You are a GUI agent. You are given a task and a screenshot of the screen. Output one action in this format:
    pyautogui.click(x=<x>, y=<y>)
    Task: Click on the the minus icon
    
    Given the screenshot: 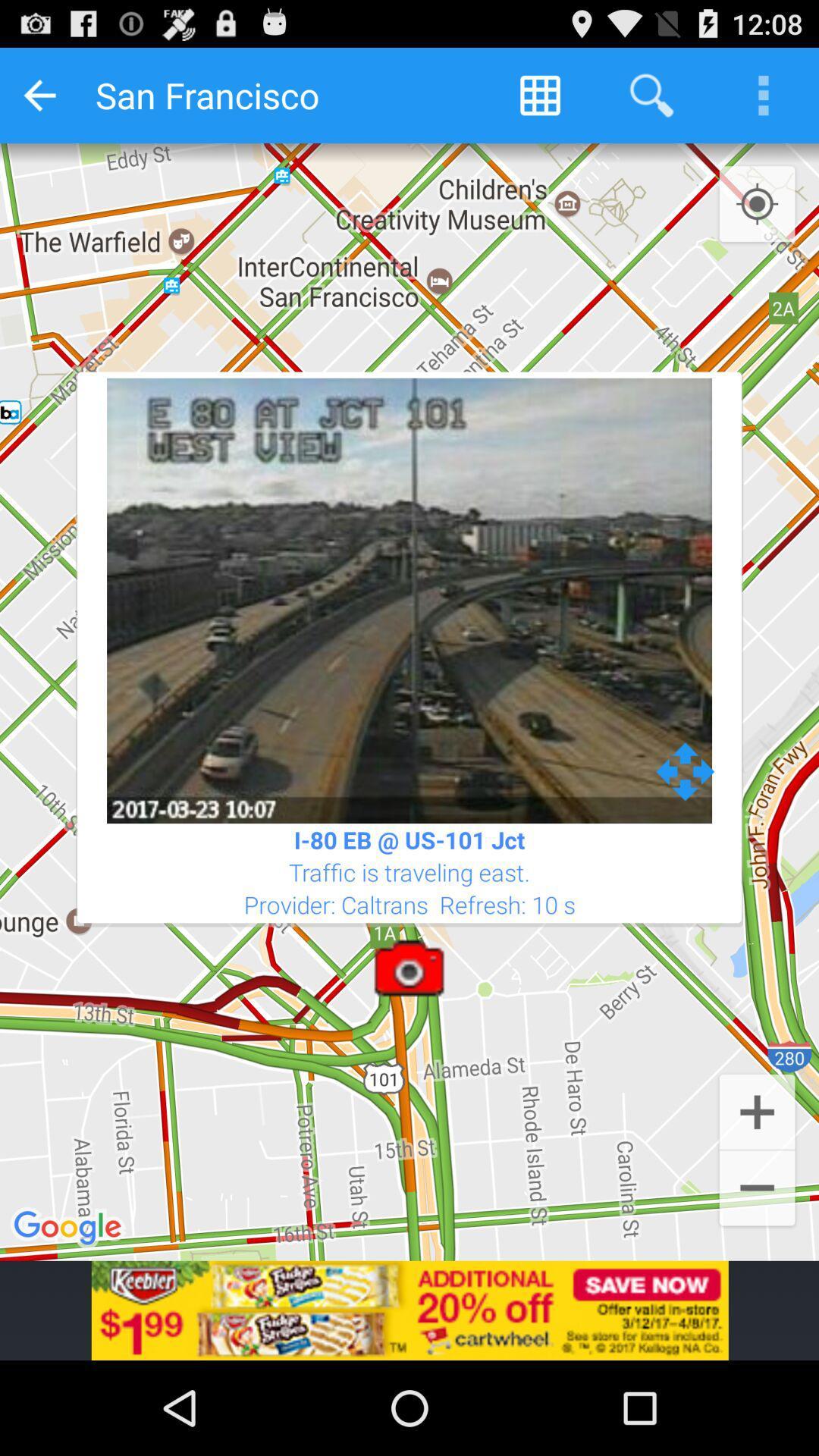 What is the action you would take?
    pyautogui.click(x=757, y=1274)
    